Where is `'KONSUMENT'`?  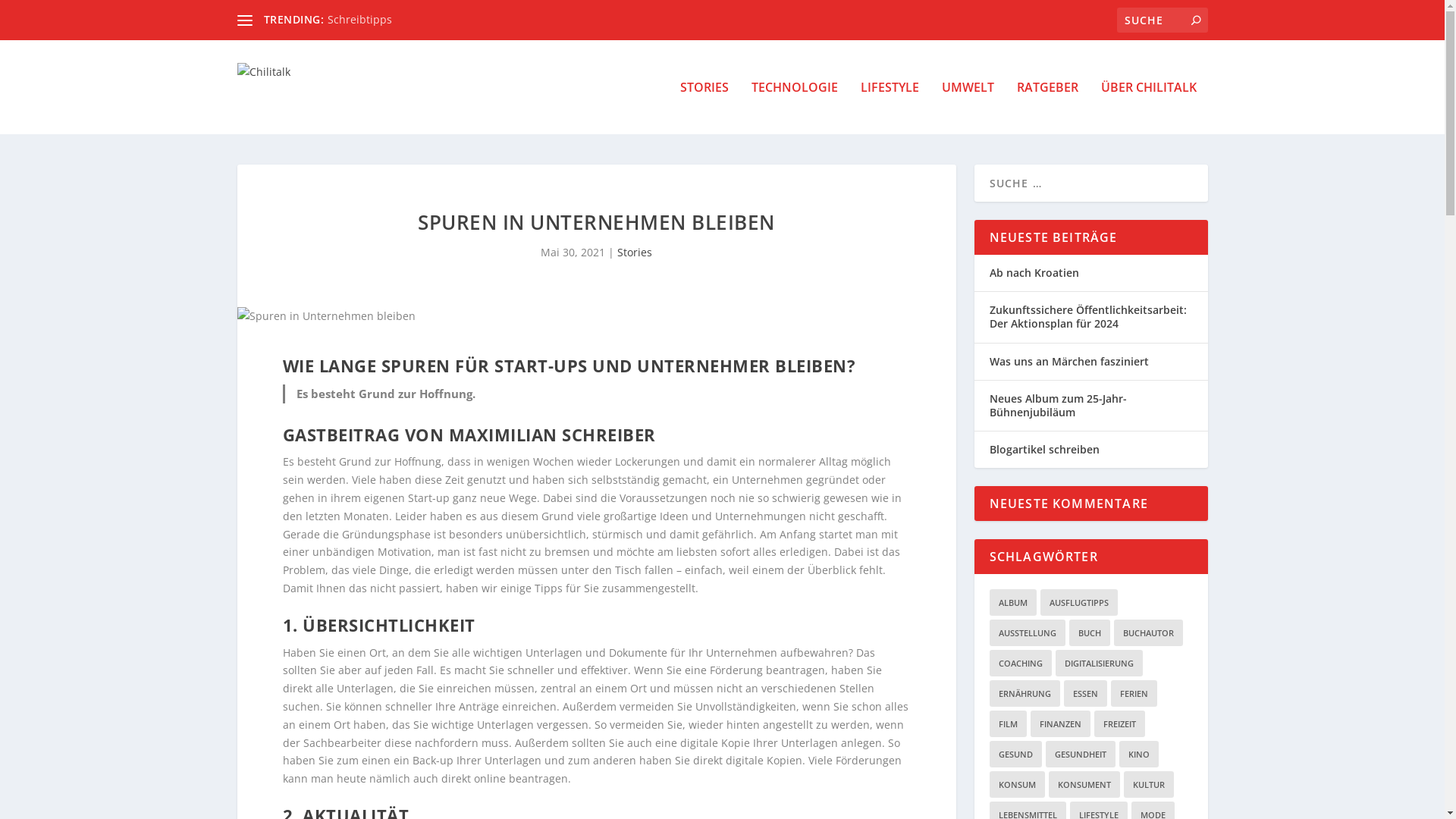
'KONSUMENT' is located at coordinates (1083, 784).